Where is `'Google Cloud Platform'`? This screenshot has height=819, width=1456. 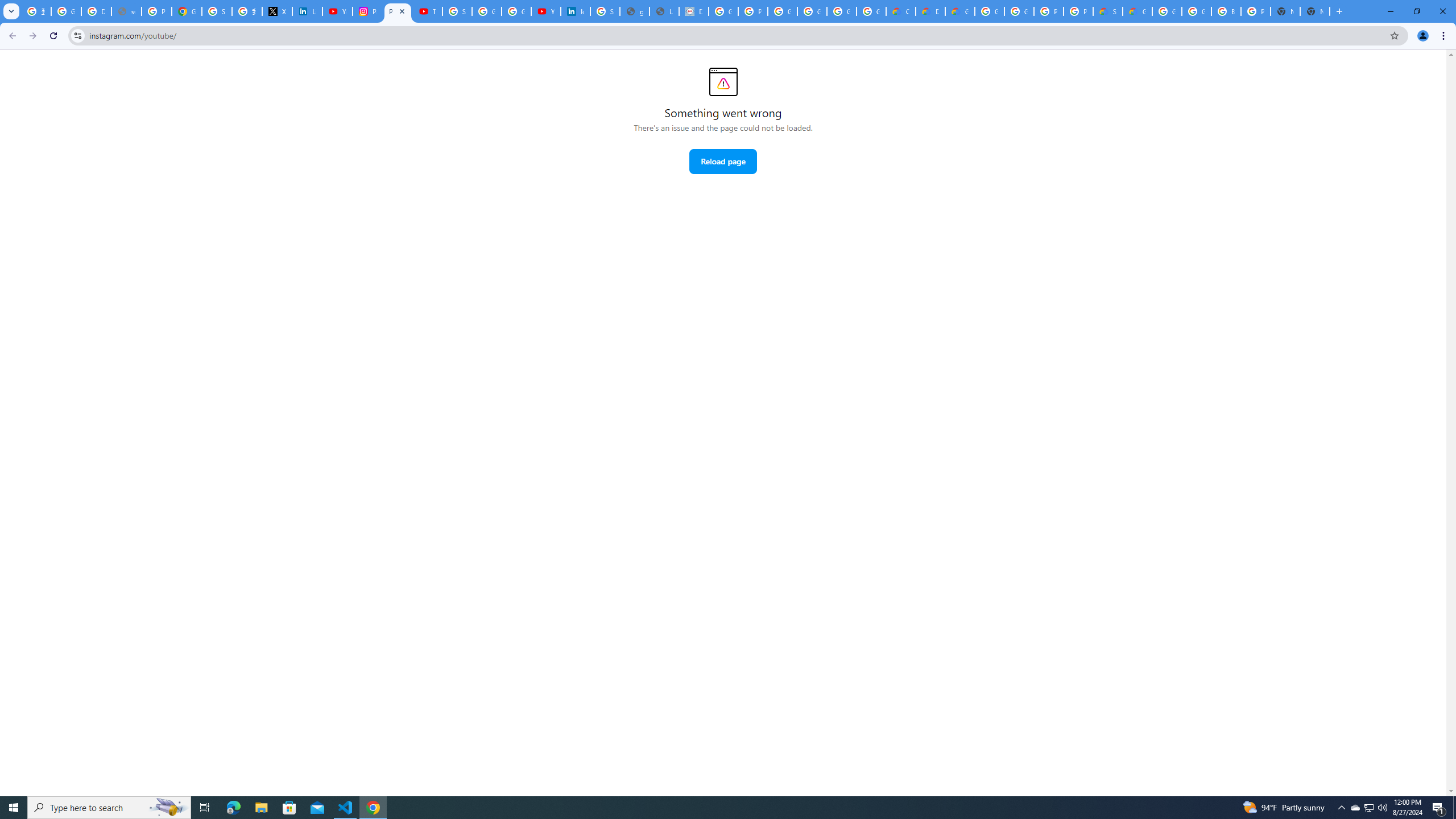 'Google Cloud Platform' is located at coordinates (988, 11).